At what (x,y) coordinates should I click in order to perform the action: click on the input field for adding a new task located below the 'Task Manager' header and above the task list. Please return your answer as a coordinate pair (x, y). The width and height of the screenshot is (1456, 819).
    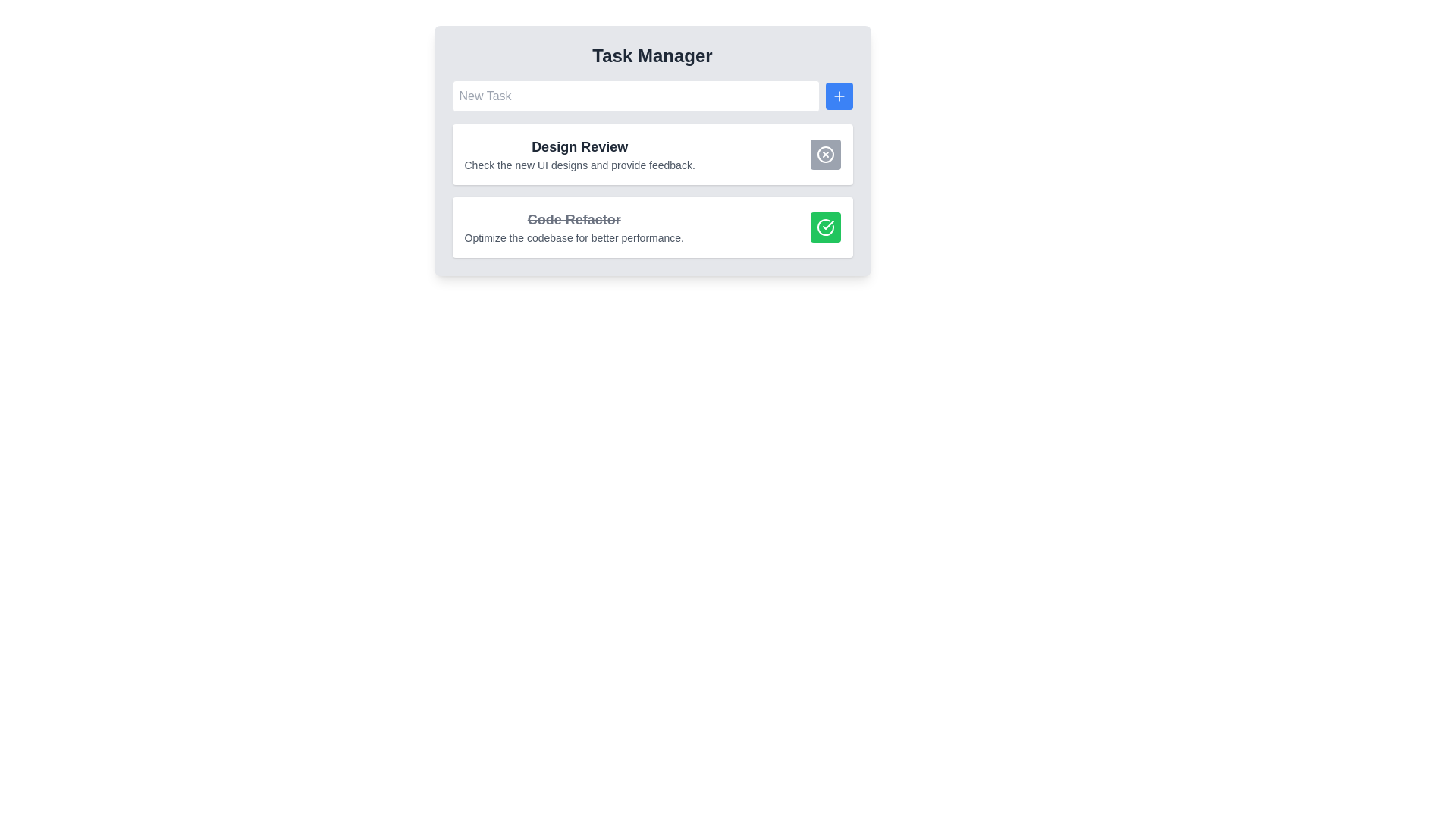
    Looking at the image, I should click on (652, 96).